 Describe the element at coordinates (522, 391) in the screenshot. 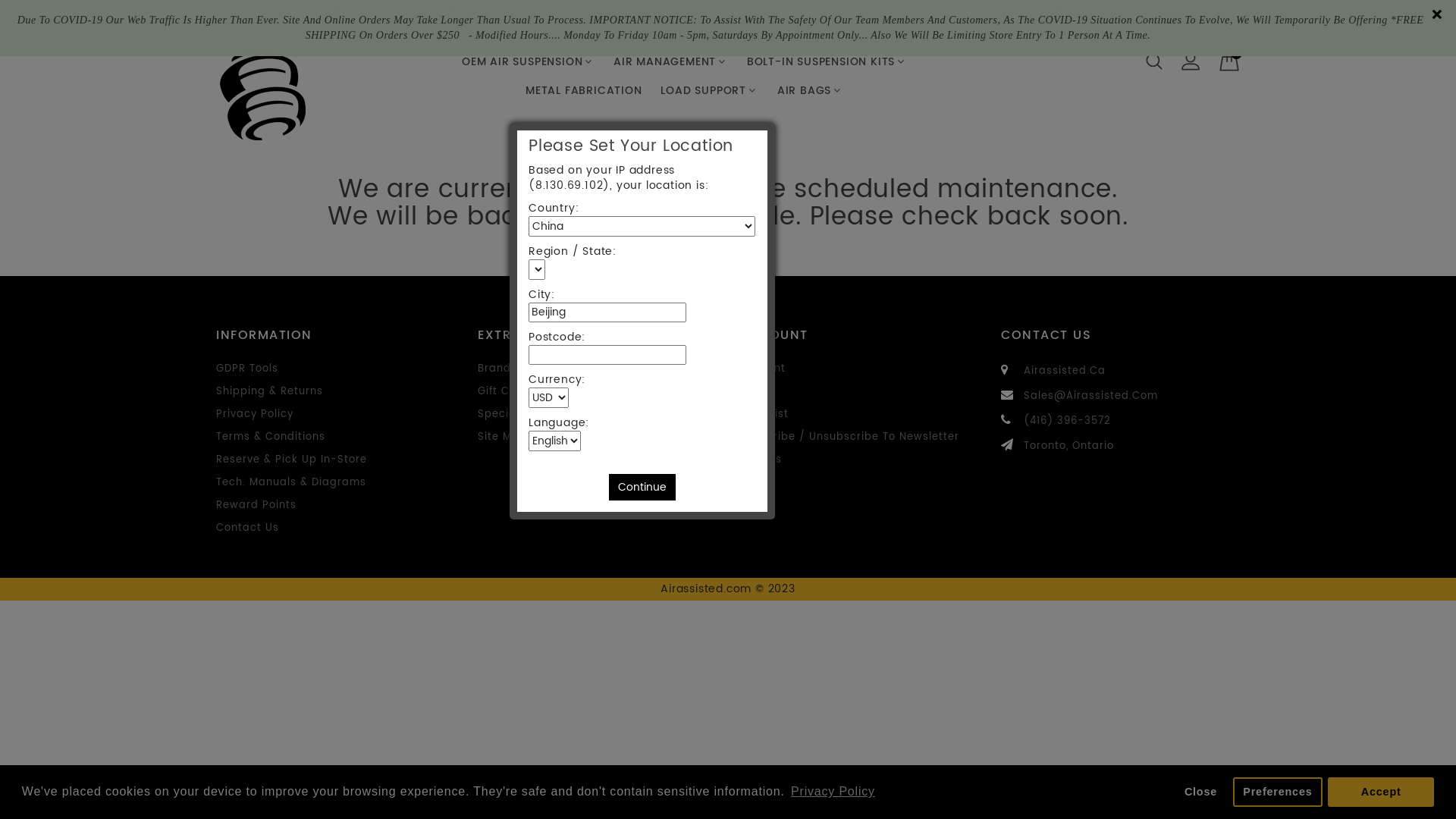

I see `'Gift Certificates'` at that location.